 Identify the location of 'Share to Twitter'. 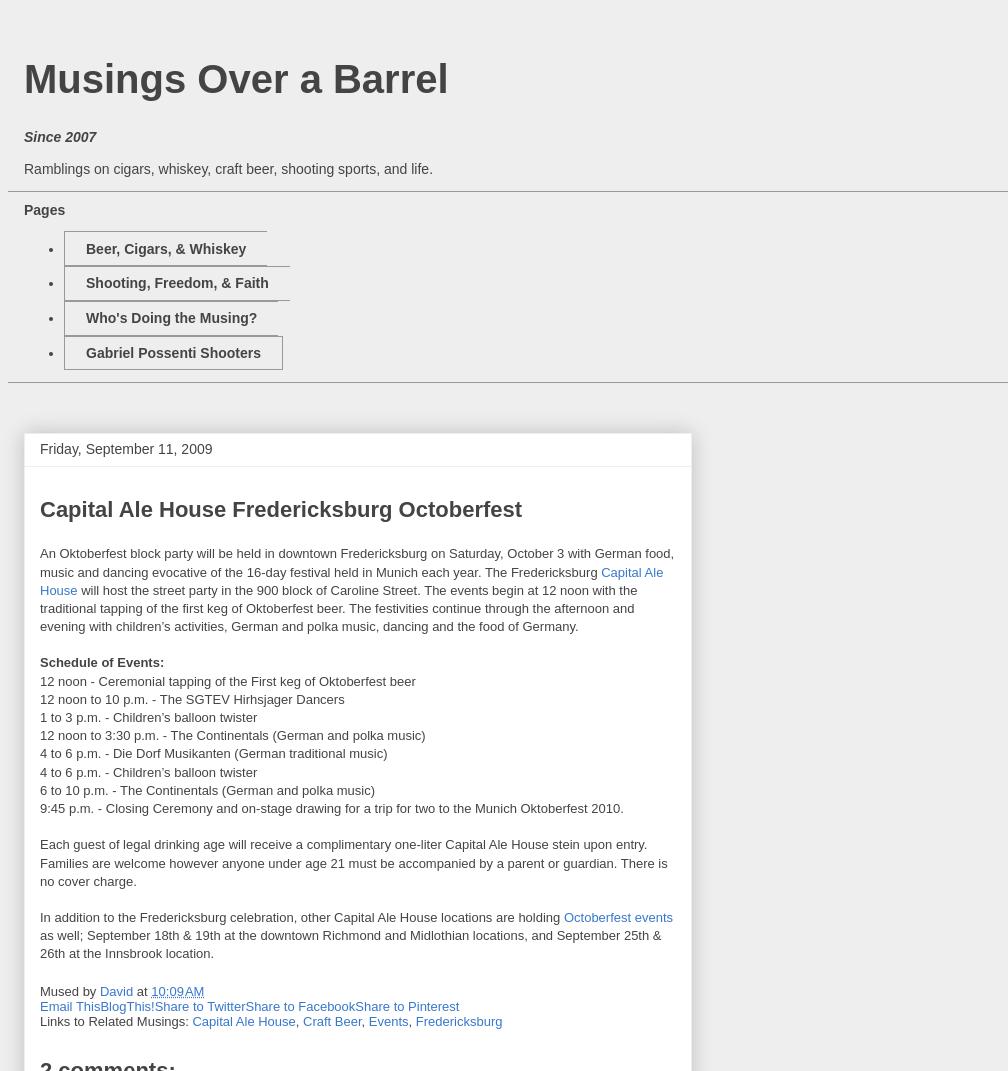
(199, 1006).